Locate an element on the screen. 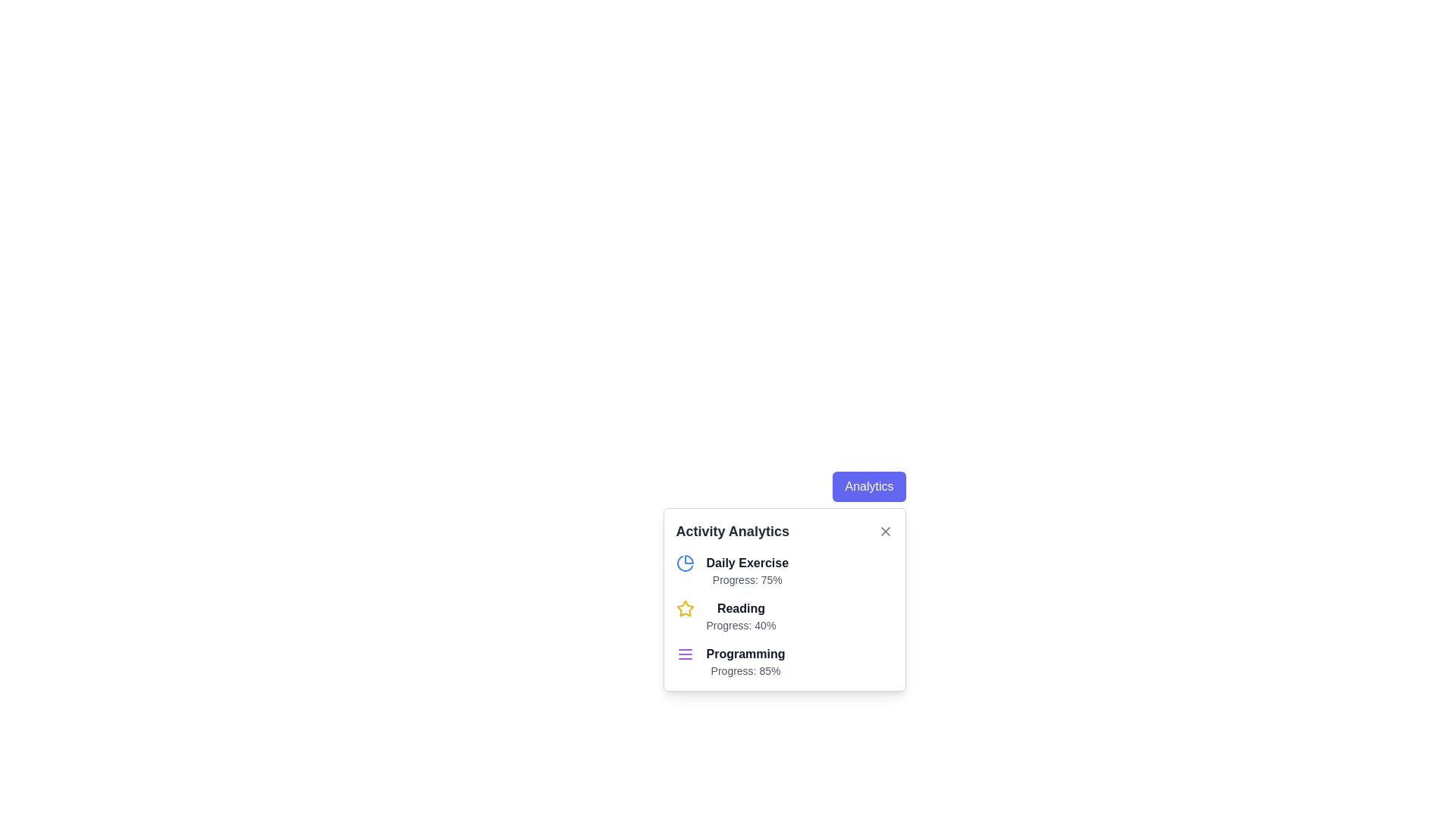  the text label displaying 'Progress: 75%' which is located directly below the bold 'Daily Exercise' text in the 'Activity Analytics' card is located at coordinates (747, 579).